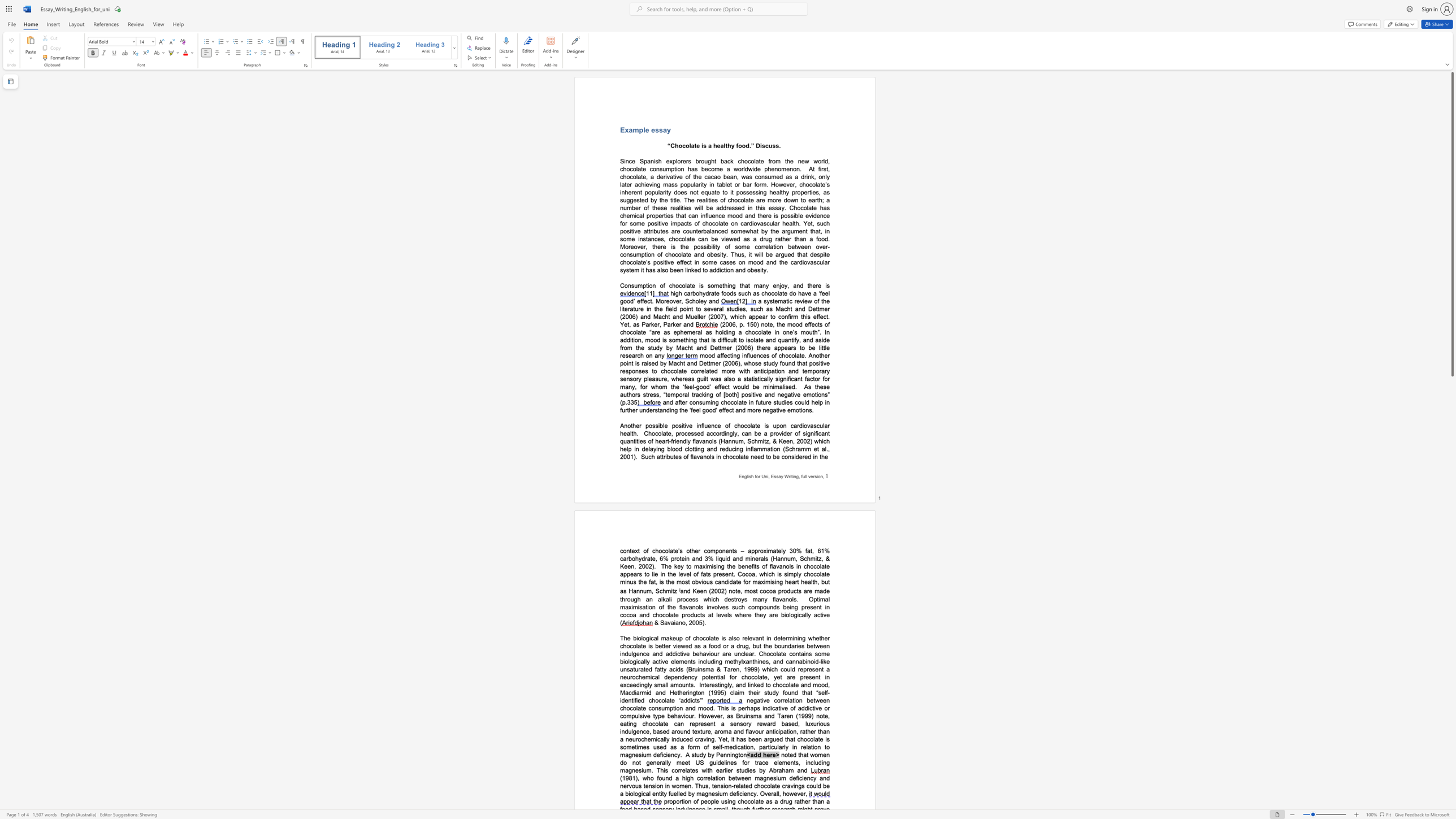 This screenshot has width=1456, height=819. Describe the element at coordinates (1451, 488) in the screenshot. I see `the side scrollbar to bring the page down` at that location.